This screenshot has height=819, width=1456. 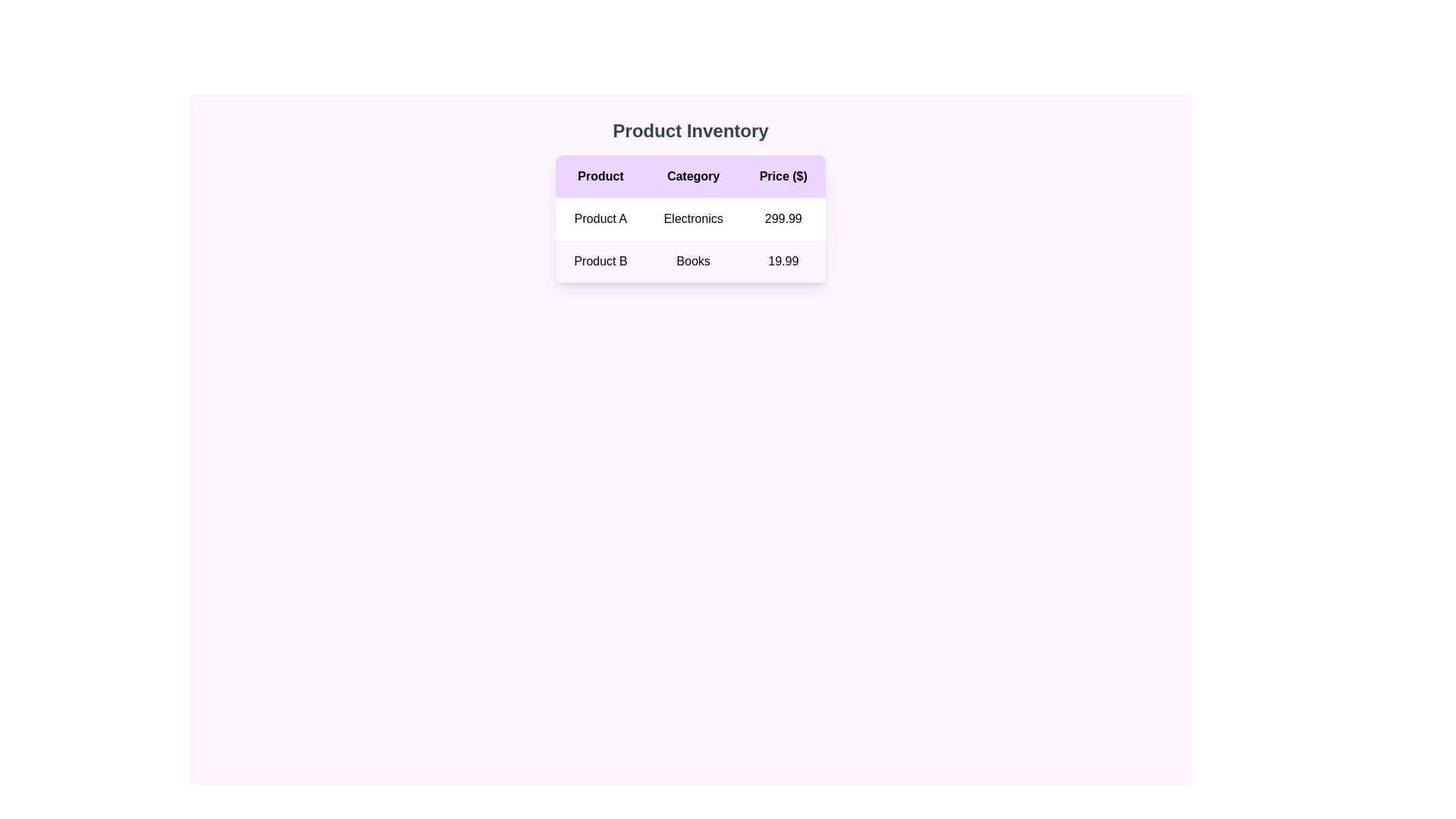 What do you see at coordinates (690, 175) in the screenshot?
I see `text of the 'Category' header cell located in the table under 'Product Inventory', positioned between 'Product' and 'Price ($)'` at bounding box center [690, 175].